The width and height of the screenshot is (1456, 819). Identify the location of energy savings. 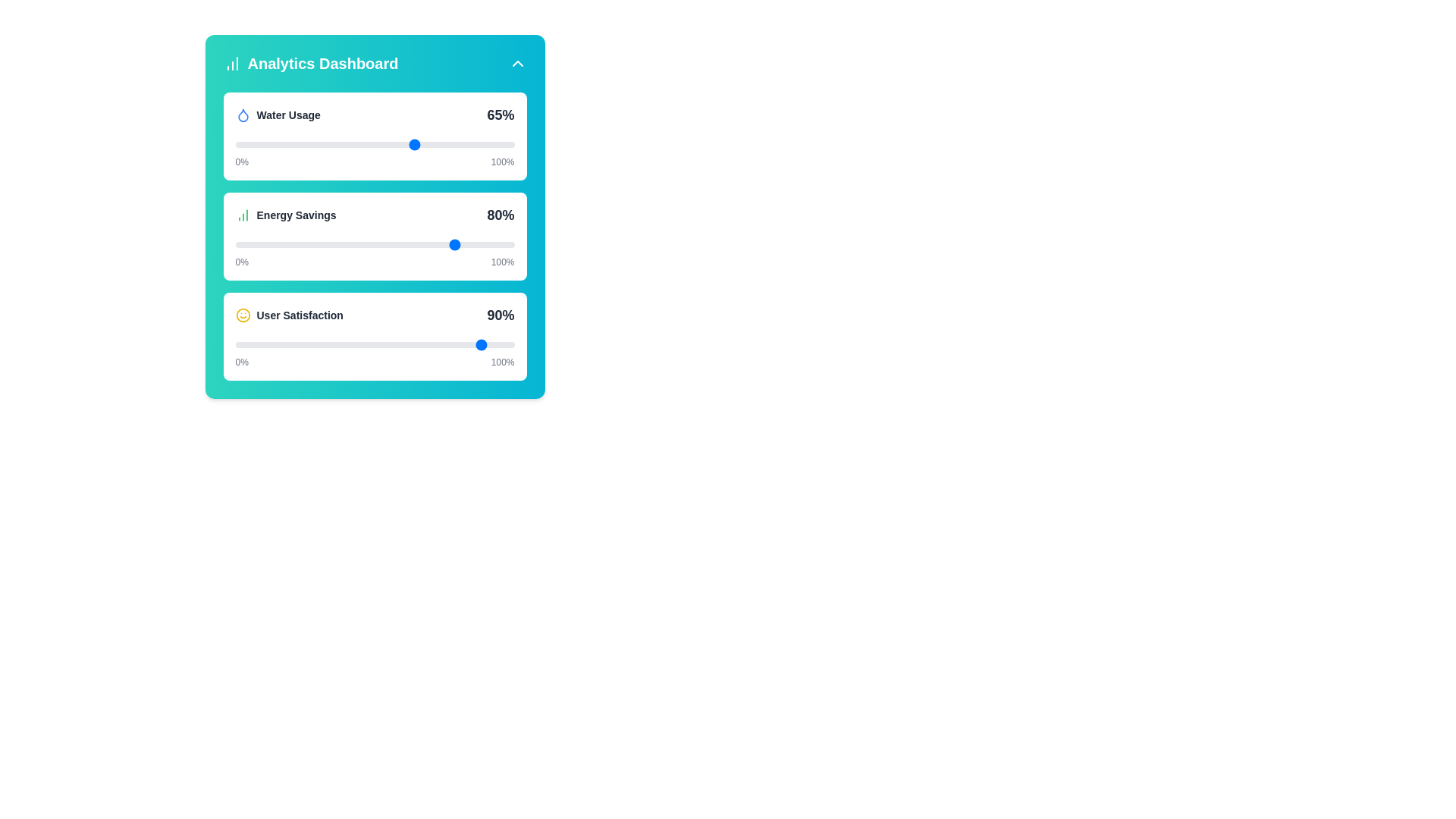
(432, 244).